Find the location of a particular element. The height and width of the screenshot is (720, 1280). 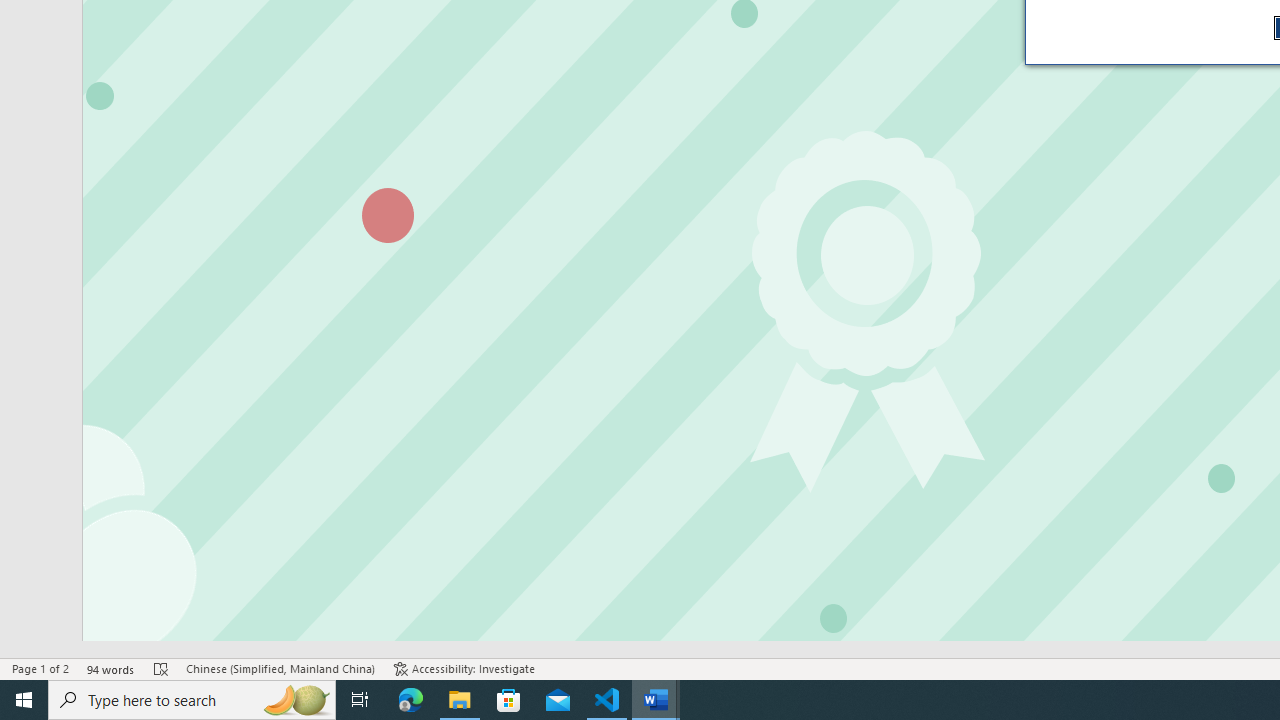

'Page Number Page 1 of 2' is located at coordinates (40, 669).